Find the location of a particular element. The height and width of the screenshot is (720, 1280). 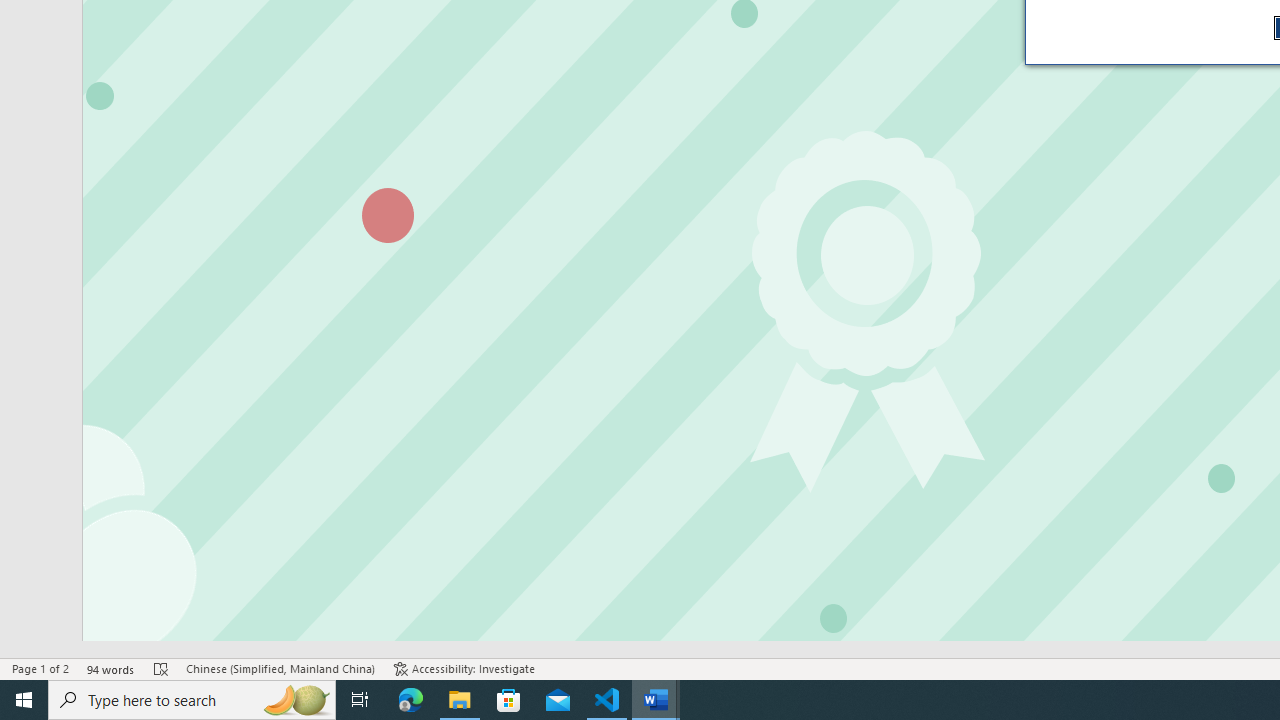

'Page Number Page 1 of 2' is located at coordinates (40, 669).